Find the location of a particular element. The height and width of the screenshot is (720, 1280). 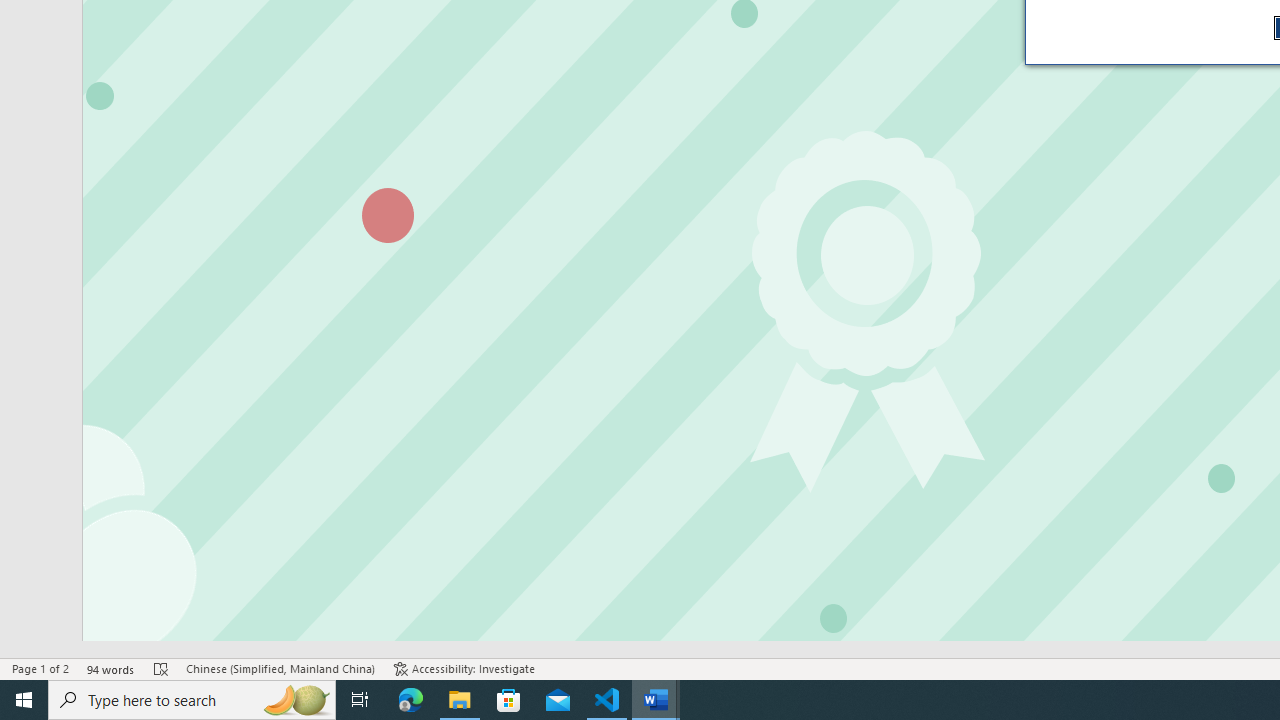

'Page Number Page 1 of 2' is located at coordinates (40, 669).